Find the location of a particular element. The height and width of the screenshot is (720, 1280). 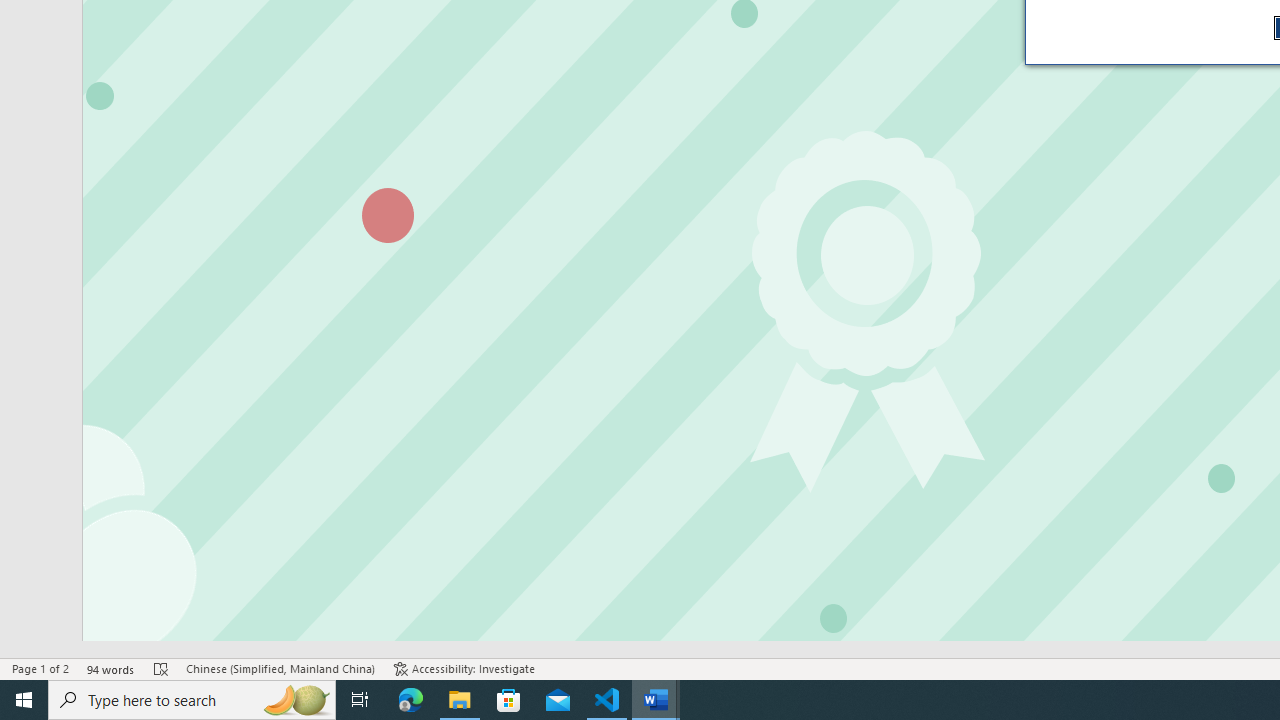

'Page Number Page 1 of 2' is located at coordinates (40, 669).